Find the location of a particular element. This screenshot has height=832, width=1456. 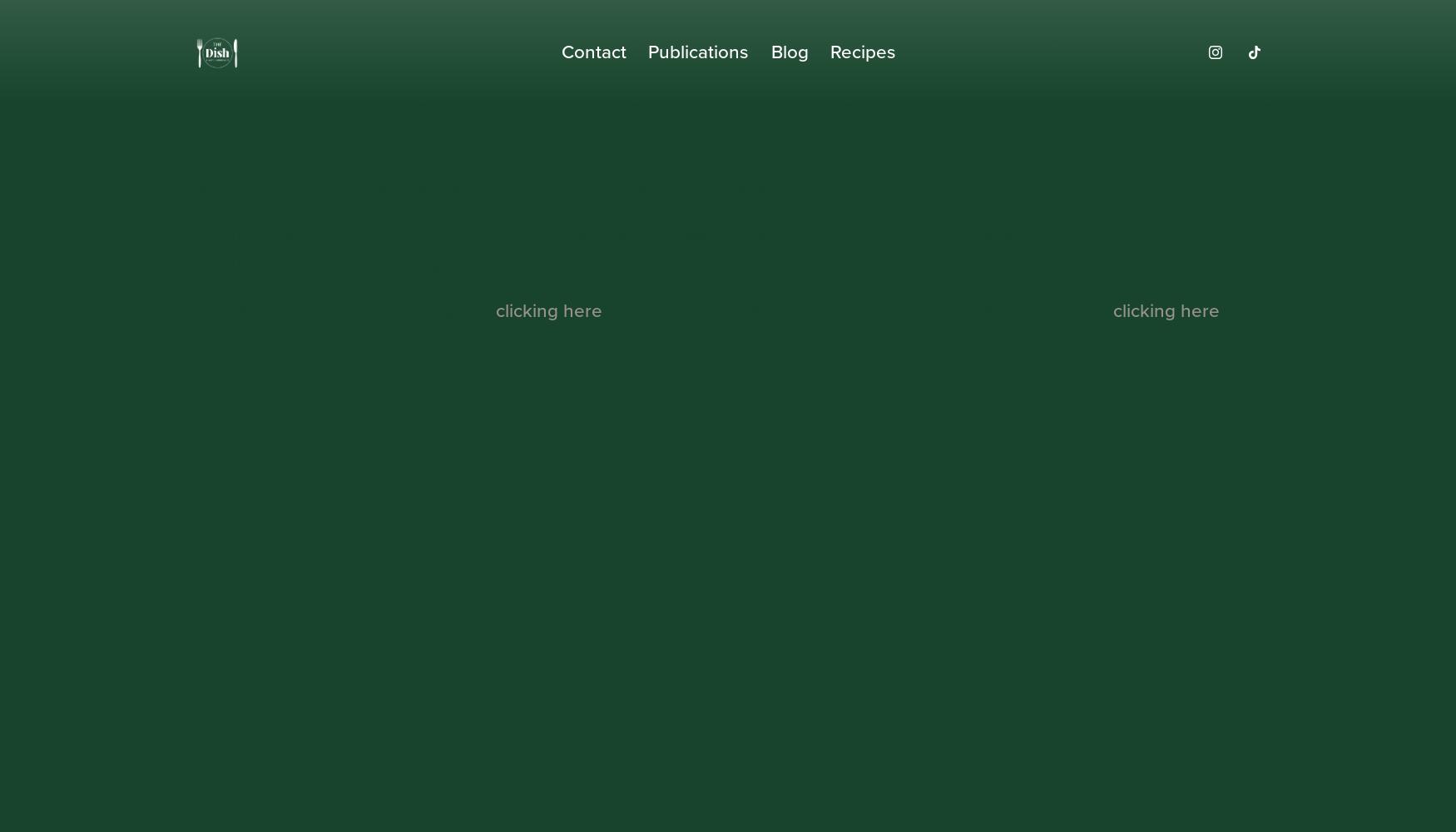

'We couldn't find the page you were looking for. This is either because:' is located at coordinates (487, 188).